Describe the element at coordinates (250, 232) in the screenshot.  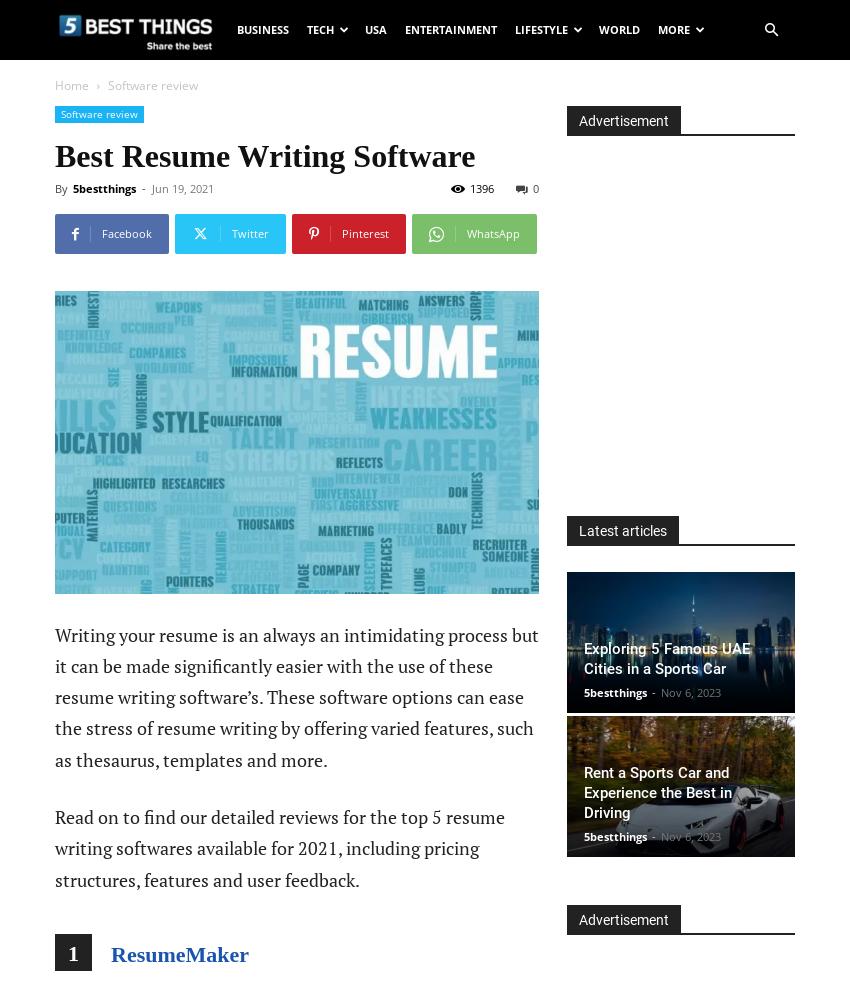
I see `'Twitter'` at that location.